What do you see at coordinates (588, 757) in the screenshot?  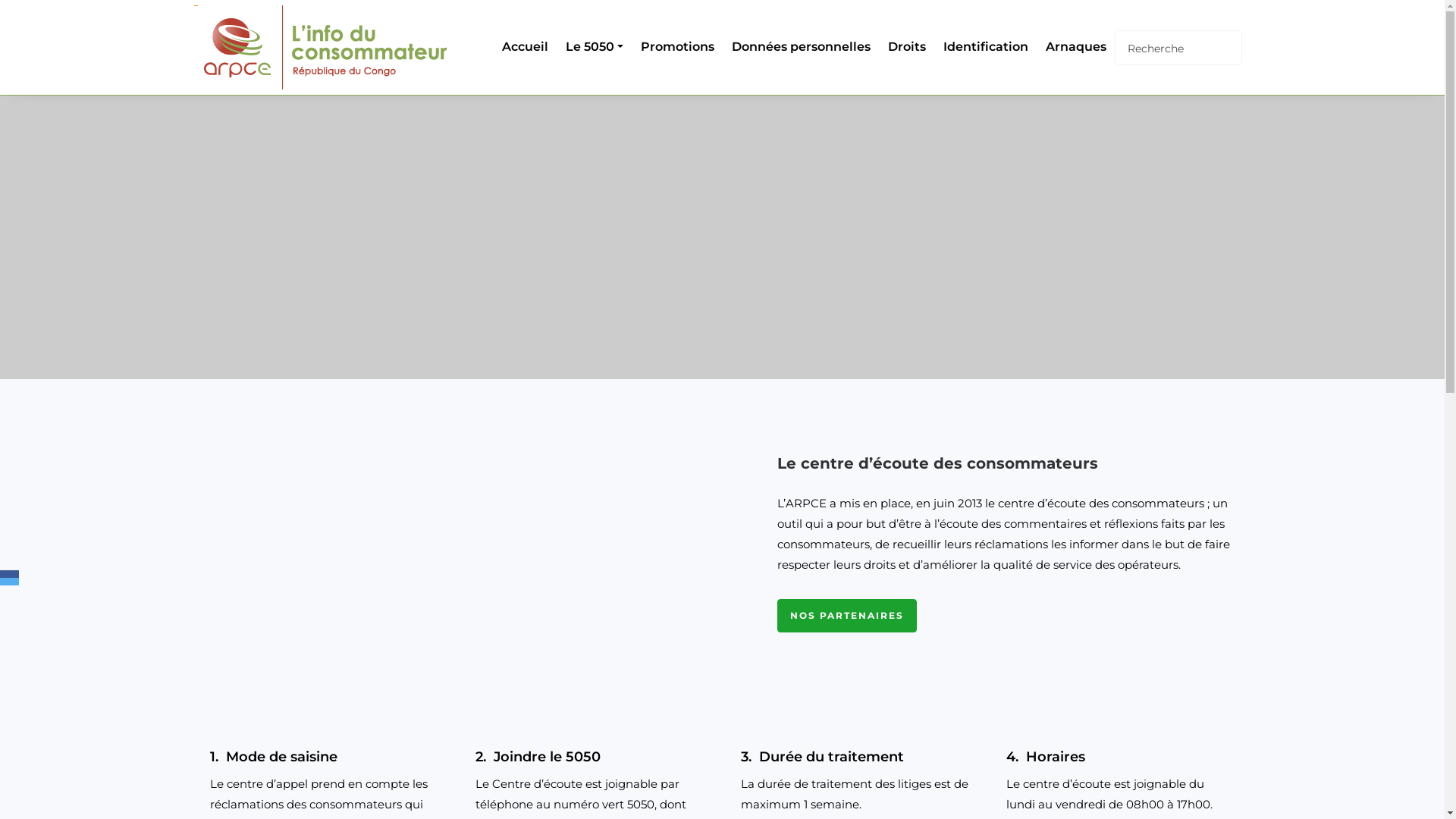 I see `'2.  Joindre le 5050'` at bounding box center [588, 757].